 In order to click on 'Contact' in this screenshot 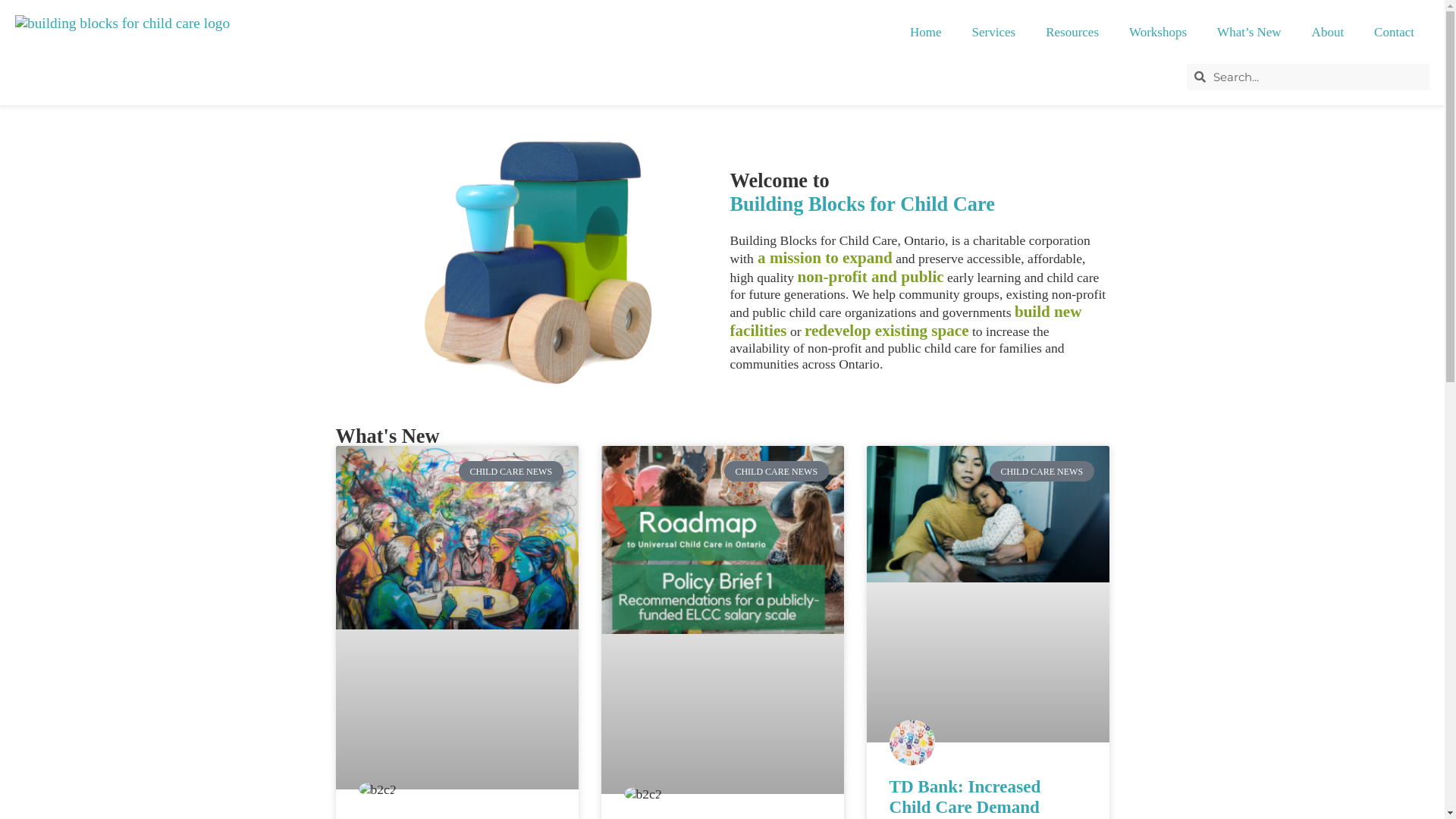, I will do `click(1394, 32)`.